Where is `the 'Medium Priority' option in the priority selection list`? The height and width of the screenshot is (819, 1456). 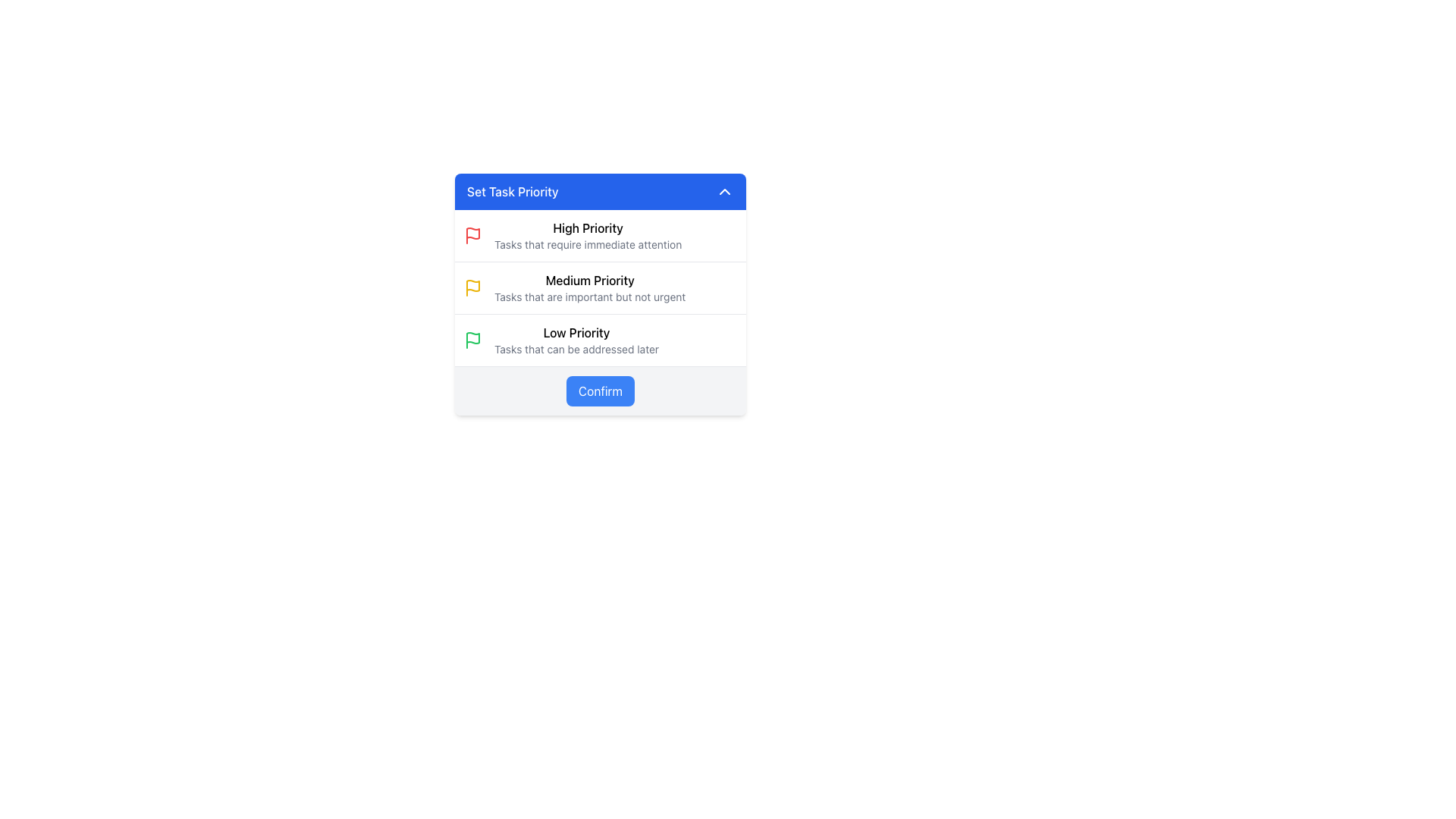 the 'Medium Priority' option in the priority selection list is located at coordinates (589, 288).